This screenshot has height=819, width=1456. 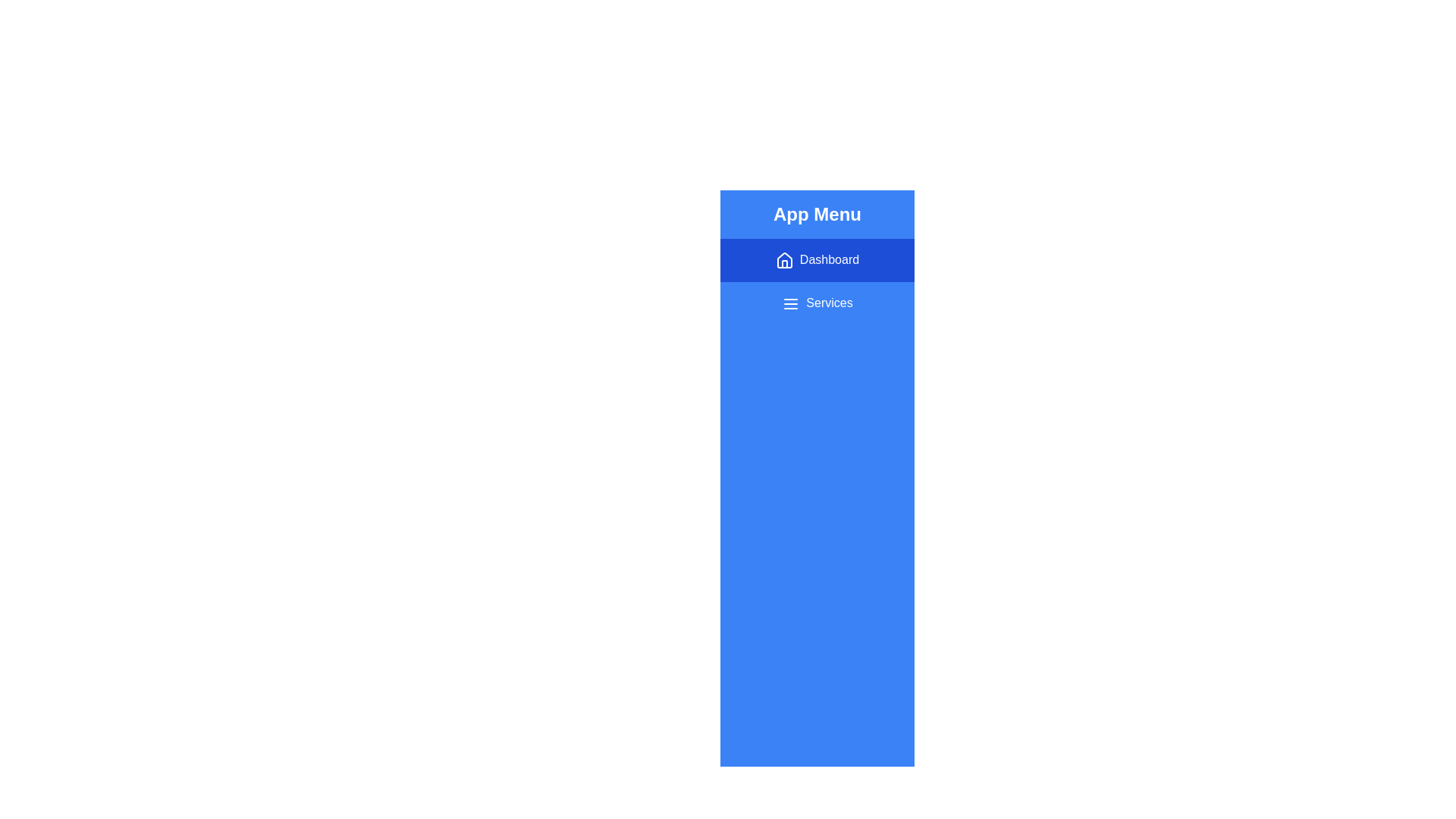 What do you see at coordinates (784, 259) in the screenshot?
I see `the Dashboard icon located on the left-hand navigation panel` at bounding box center [784, 259].